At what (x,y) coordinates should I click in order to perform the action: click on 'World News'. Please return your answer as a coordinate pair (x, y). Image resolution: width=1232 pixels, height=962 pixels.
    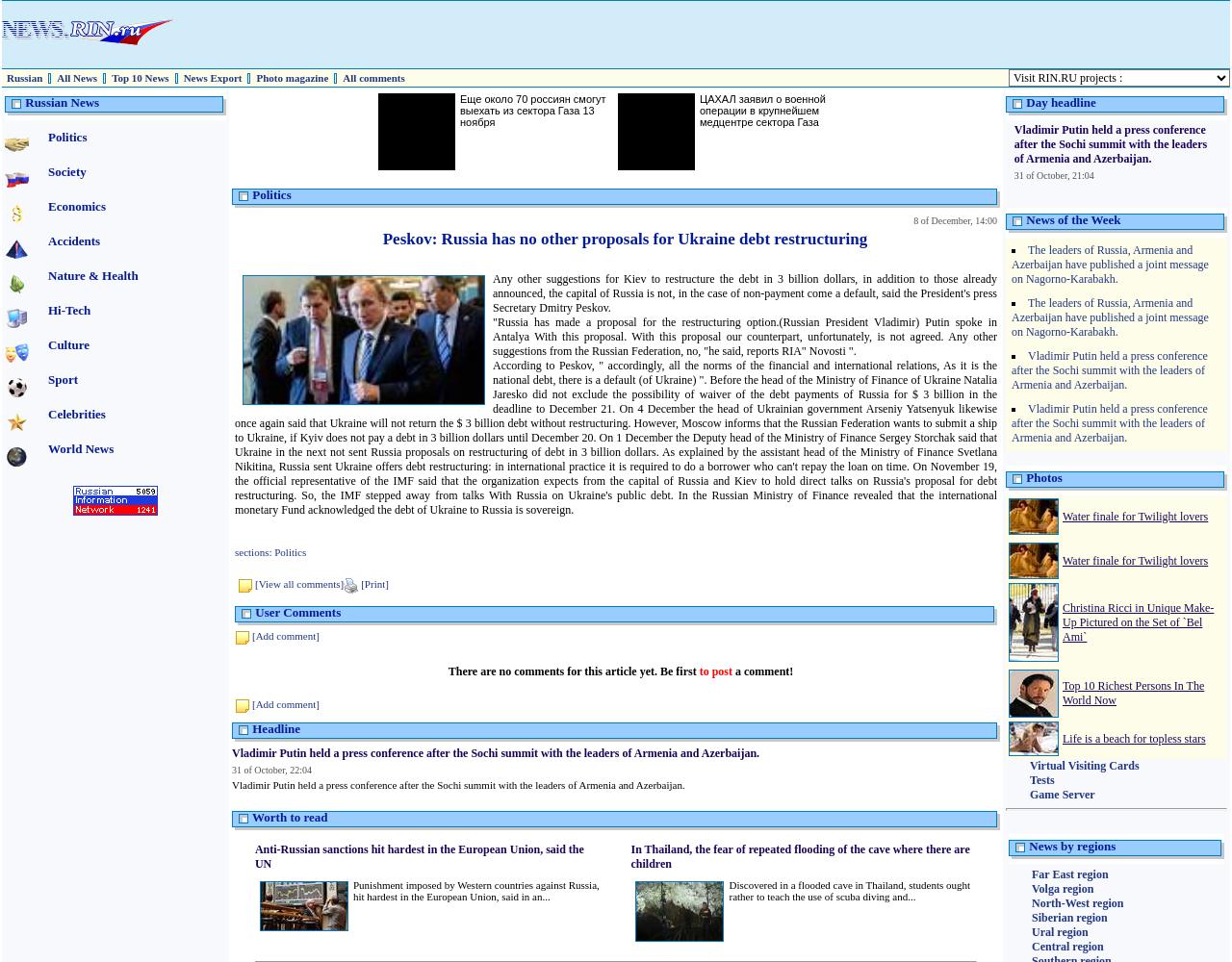
    Looking at the image, I should click on (48, 447).